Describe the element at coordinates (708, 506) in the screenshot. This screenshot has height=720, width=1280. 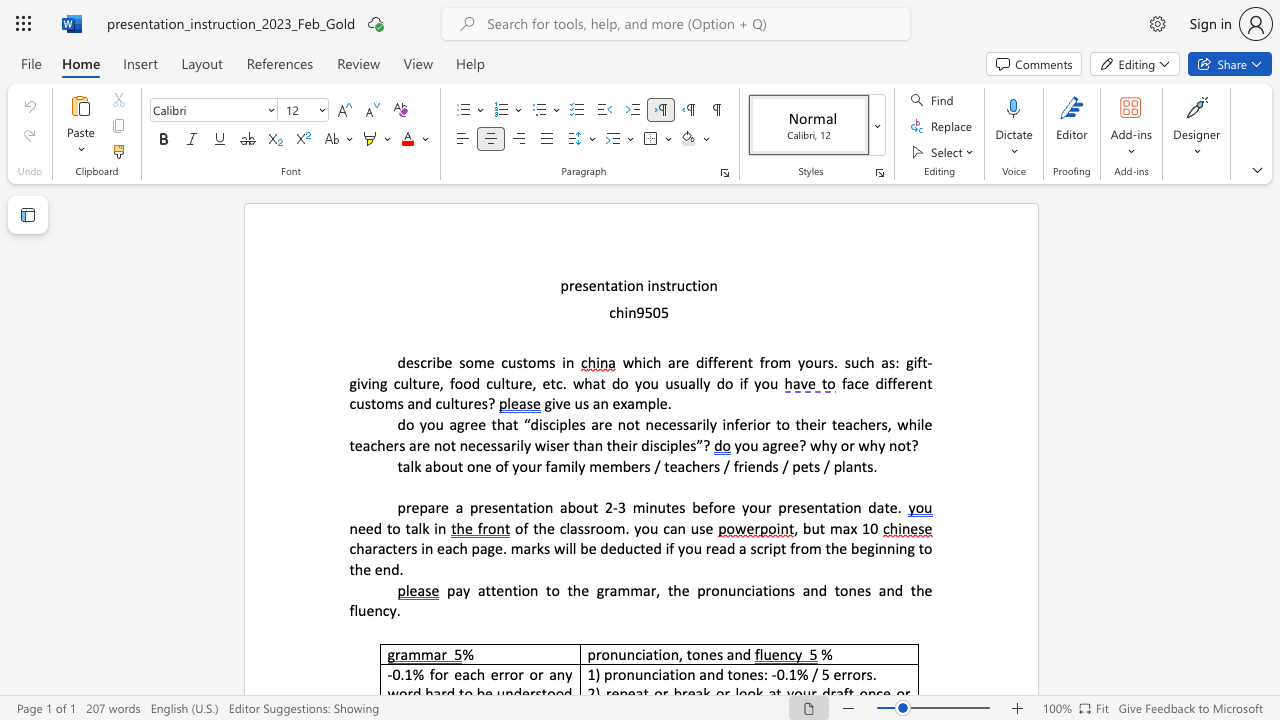
I see `the subset text "fore your p" within the text "3 minutes before your presentation date."` at that location.